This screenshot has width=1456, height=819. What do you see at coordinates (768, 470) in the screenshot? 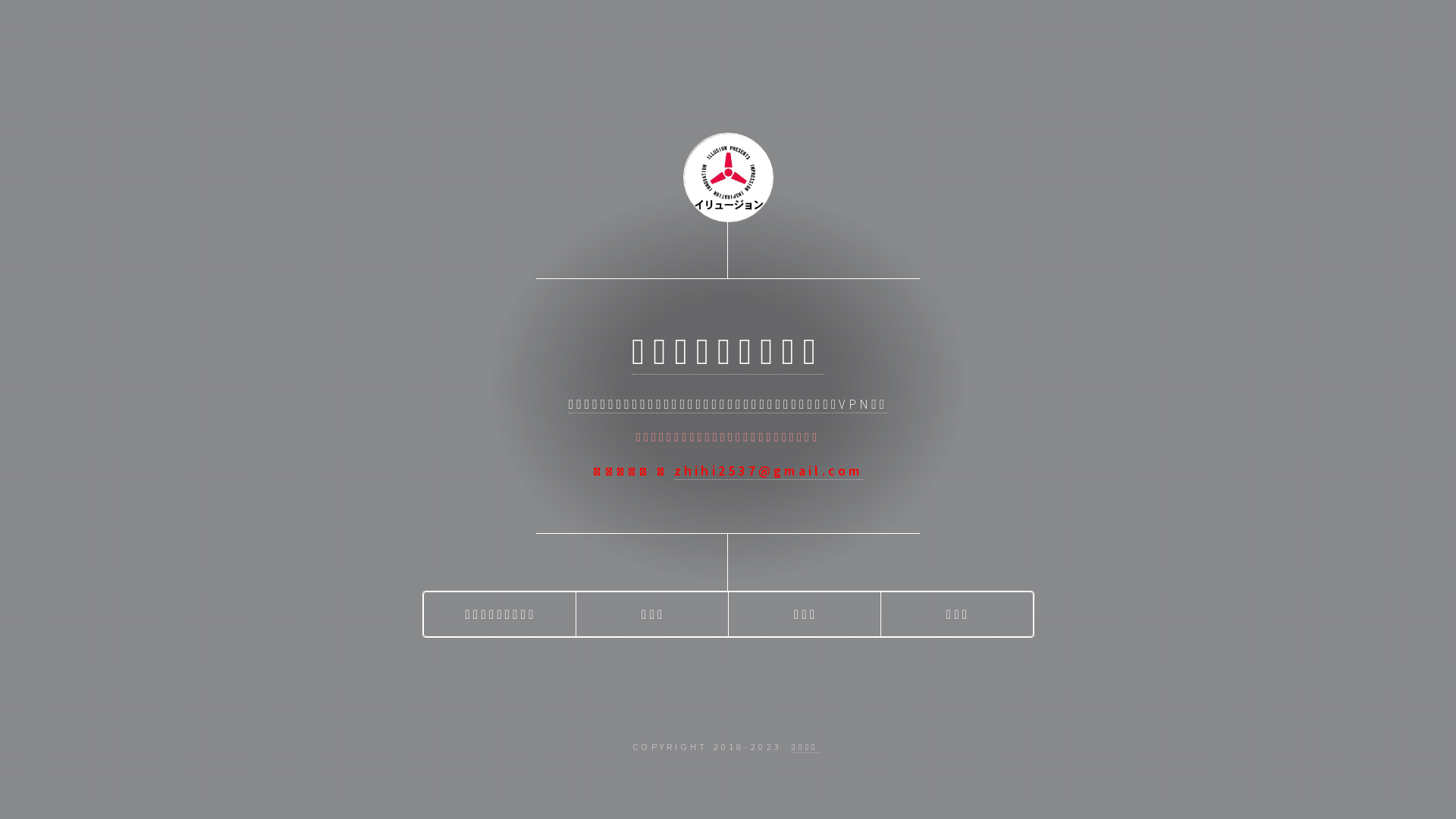
I see `'zhihi2537@gmail.com'` at bounding box center [768, 470].